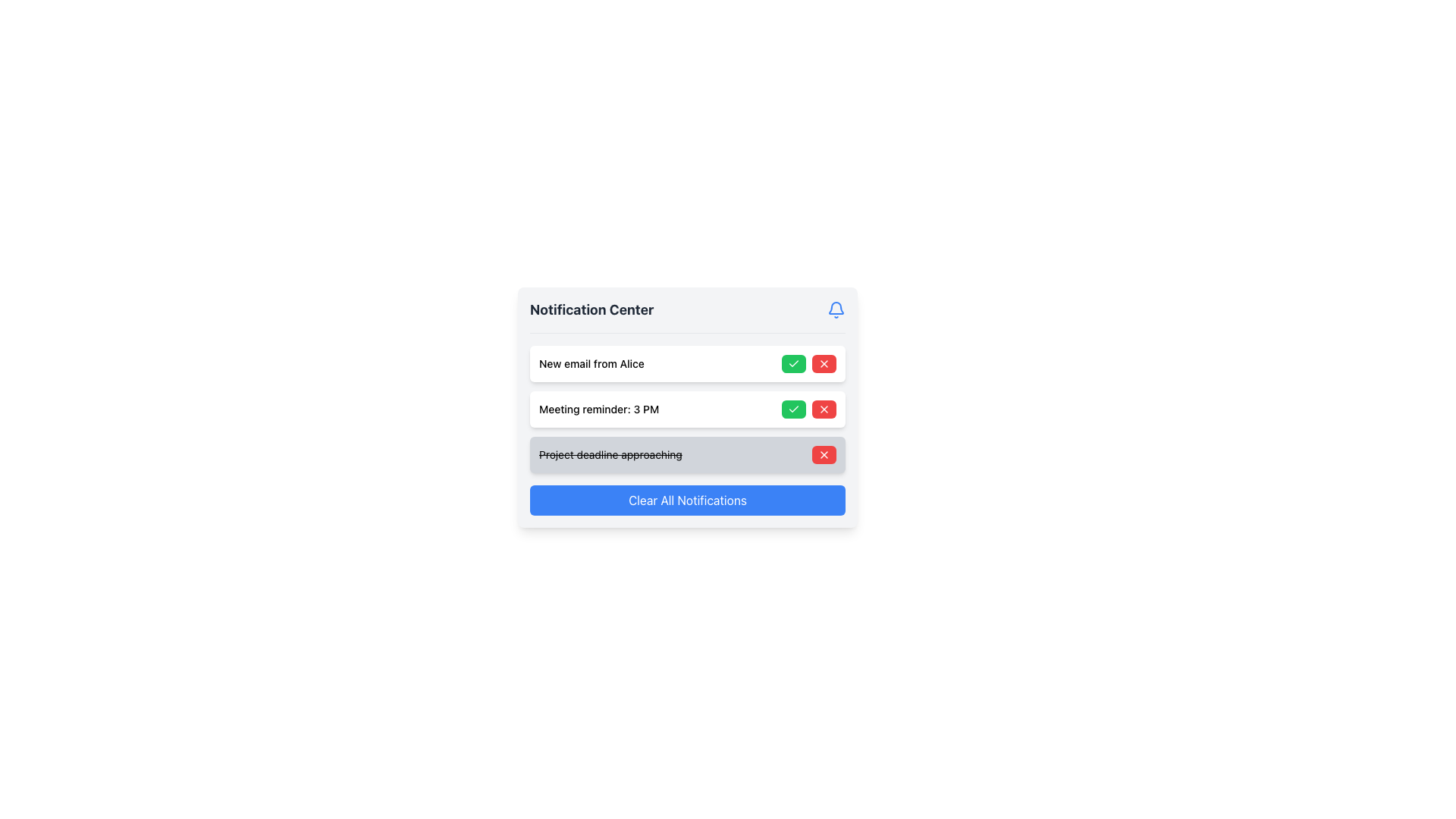 The width and height of the screenshot is (1456, 819). Describe the element at coordinates (598, 409) in the screenshot. I see `the text label that describes the 'Meeting reminder: 3 PM' notification in the Notification Center, which is the second entry in the list` at that location.